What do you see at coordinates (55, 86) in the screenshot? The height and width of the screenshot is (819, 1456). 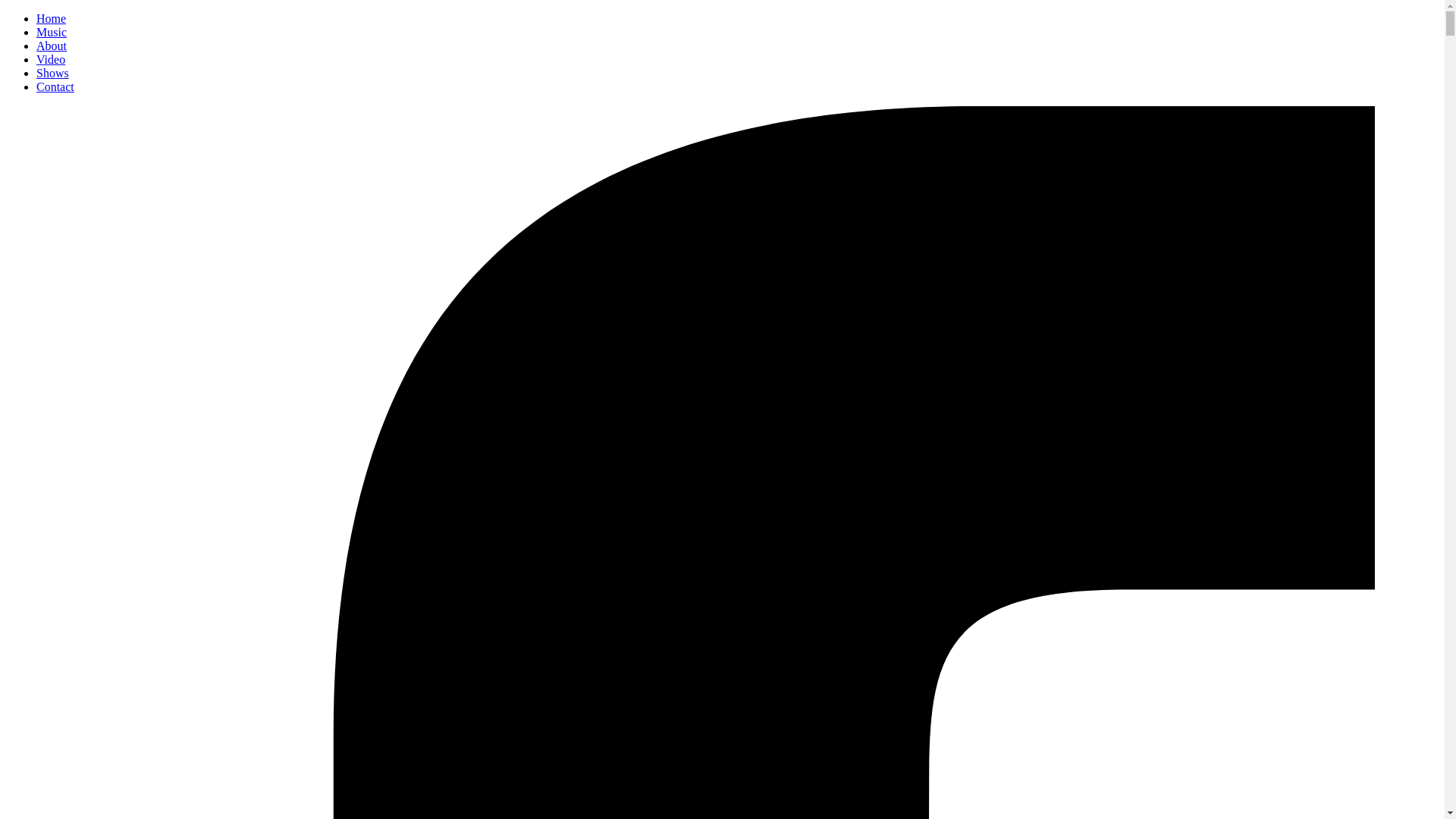 I see `'Contact'` at bounding box center [55, 86].